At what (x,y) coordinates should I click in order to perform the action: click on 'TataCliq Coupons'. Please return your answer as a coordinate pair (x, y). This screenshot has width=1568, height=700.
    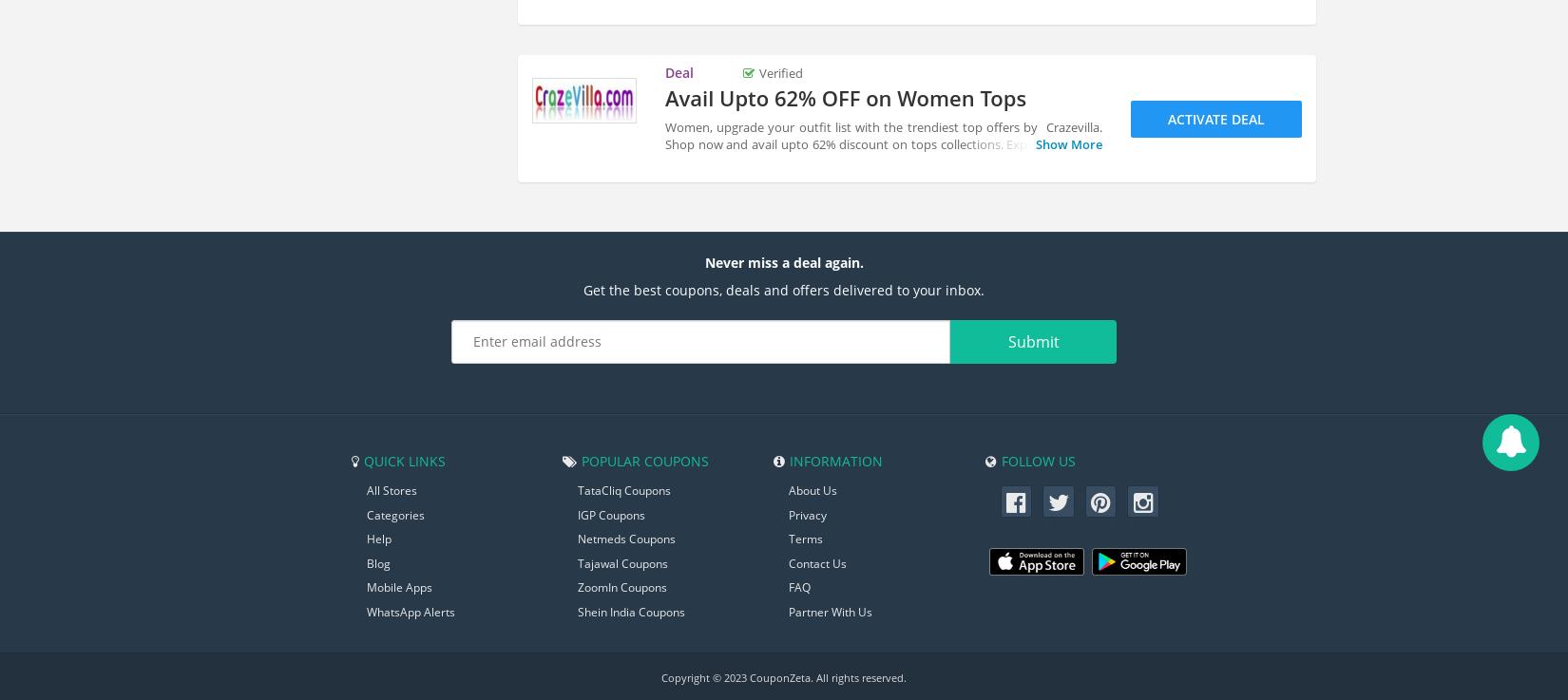
    Looking at the image, I should click on (623, 488).